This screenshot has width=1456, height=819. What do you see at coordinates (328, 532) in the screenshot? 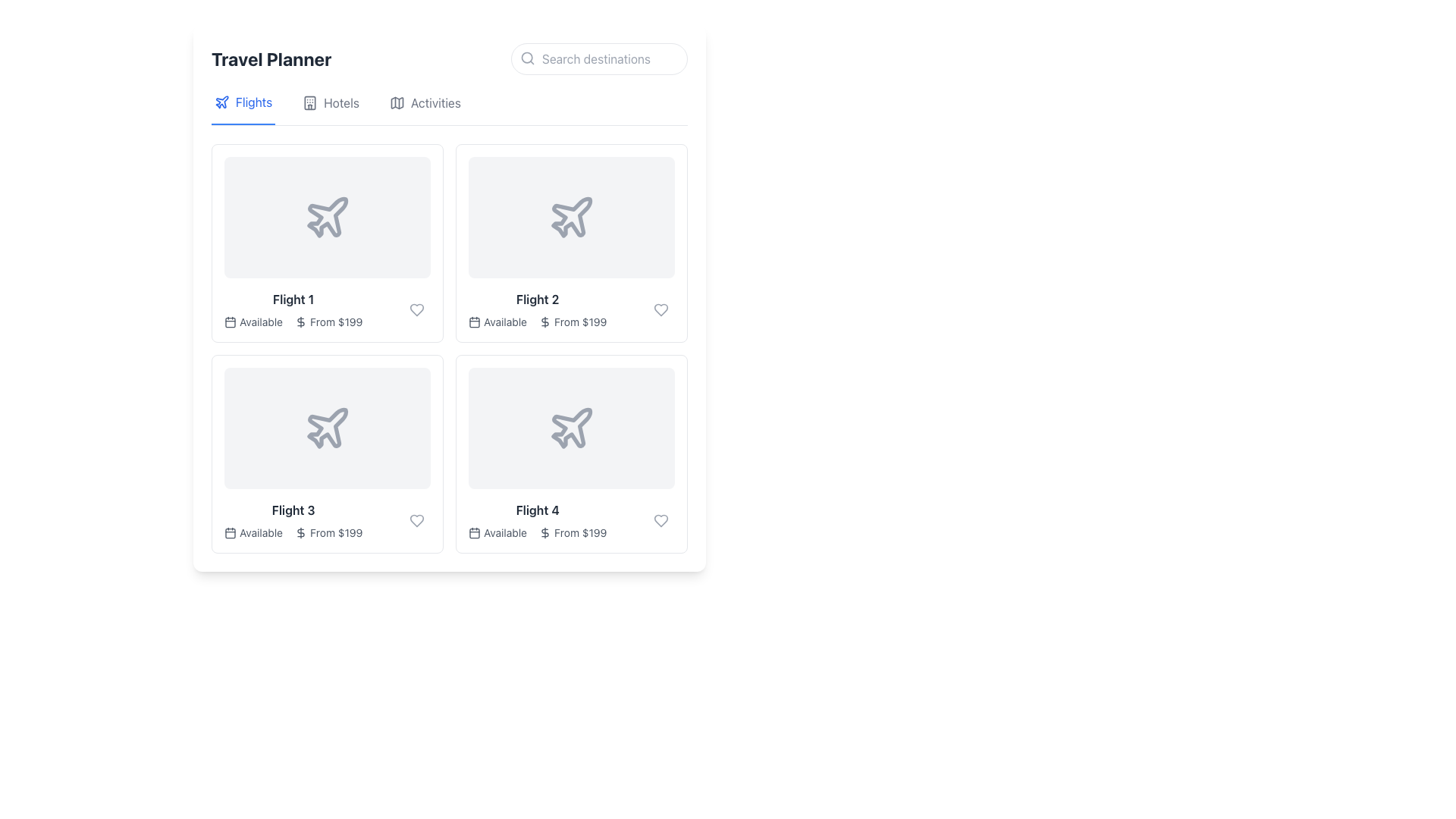
I see `the text element displaying 'From $199' with an accompanying dollar sign icon, located in the bottom section of the 'Flight 3' card, right of the 'Available' status indicator and above the heart icon` at bounding box center [328, 532].